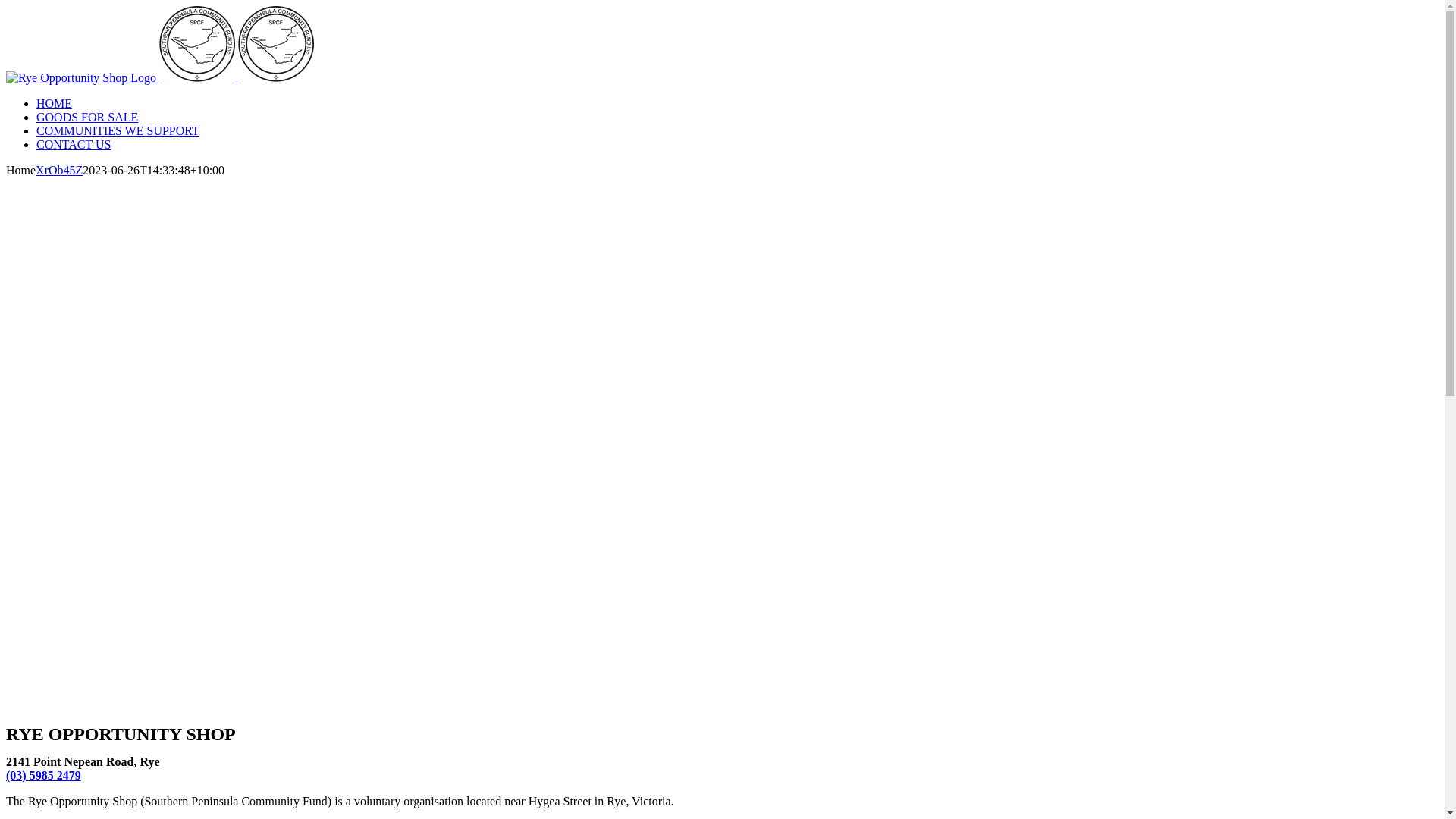 The width and height of the screenshot is (1456, 819). Describe the element at coordinates (43, 775) in the screenshot. I see `'(03) 5985 2479'` at that location.